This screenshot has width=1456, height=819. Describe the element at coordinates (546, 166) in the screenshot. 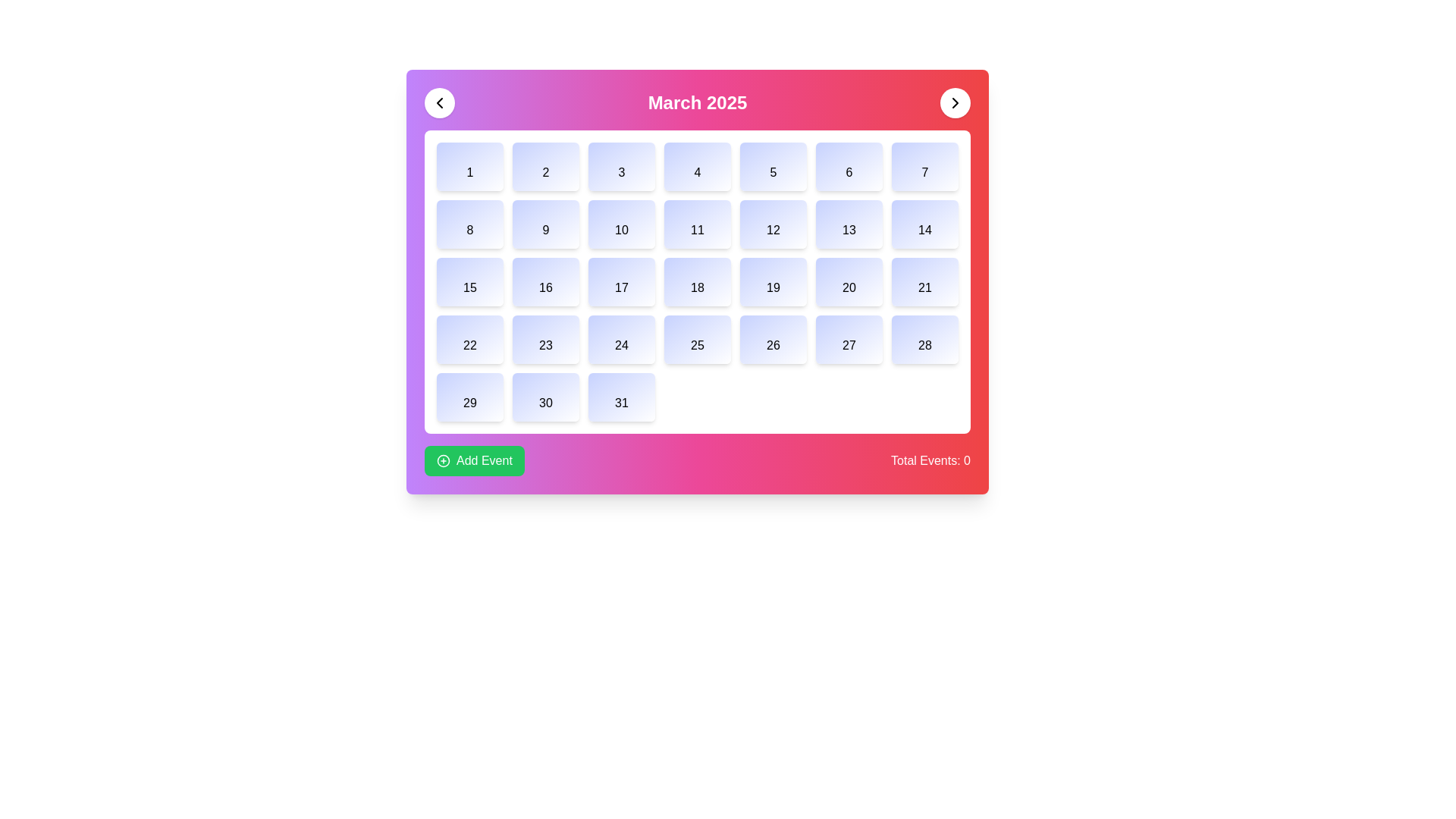

I see `the grid item representing the second day of the month in the calendar, located in the second column of the first row, between '1' and '3'` at that location.